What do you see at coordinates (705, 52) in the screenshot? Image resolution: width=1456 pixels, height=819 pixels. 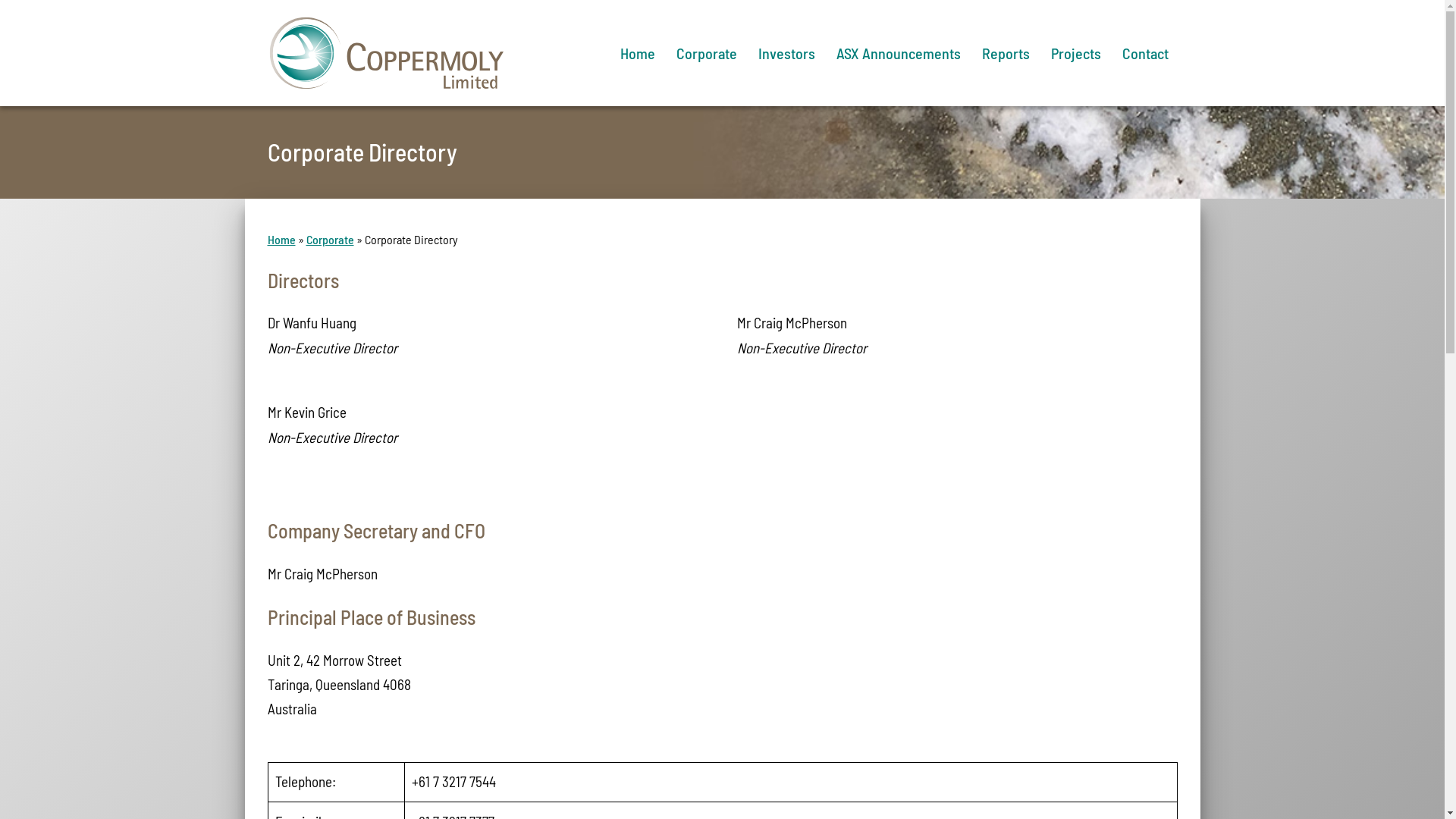 I see `'Corporate'` at bounding box center [705, 52].